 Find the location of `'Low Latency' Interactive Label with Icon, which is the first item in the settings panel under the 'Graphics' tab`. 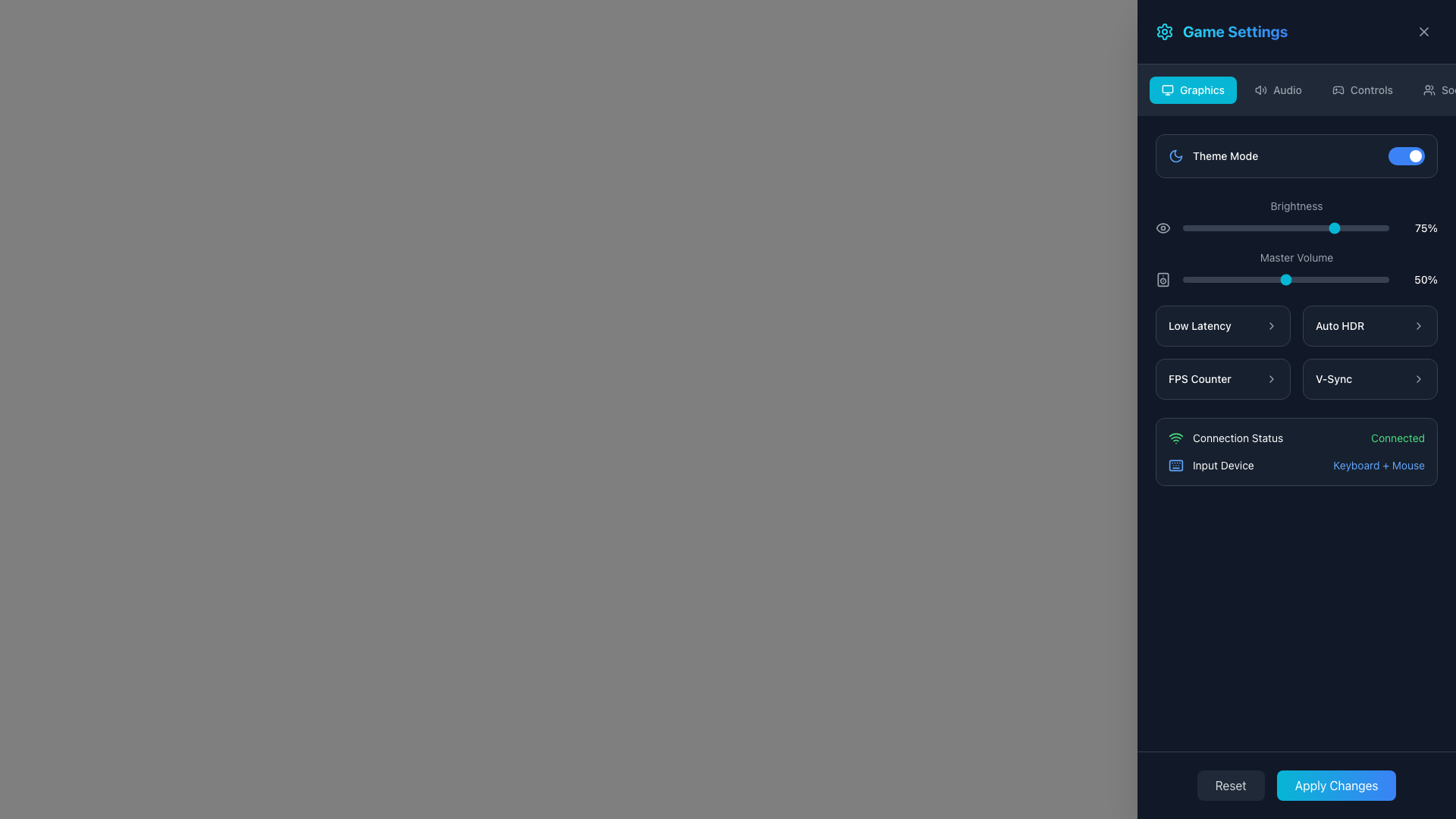

'Low Latency' Interactive Label with Icon, which is the first item in the settings panel under the 'Graphics' tab is located at coordinates (1222, 325).